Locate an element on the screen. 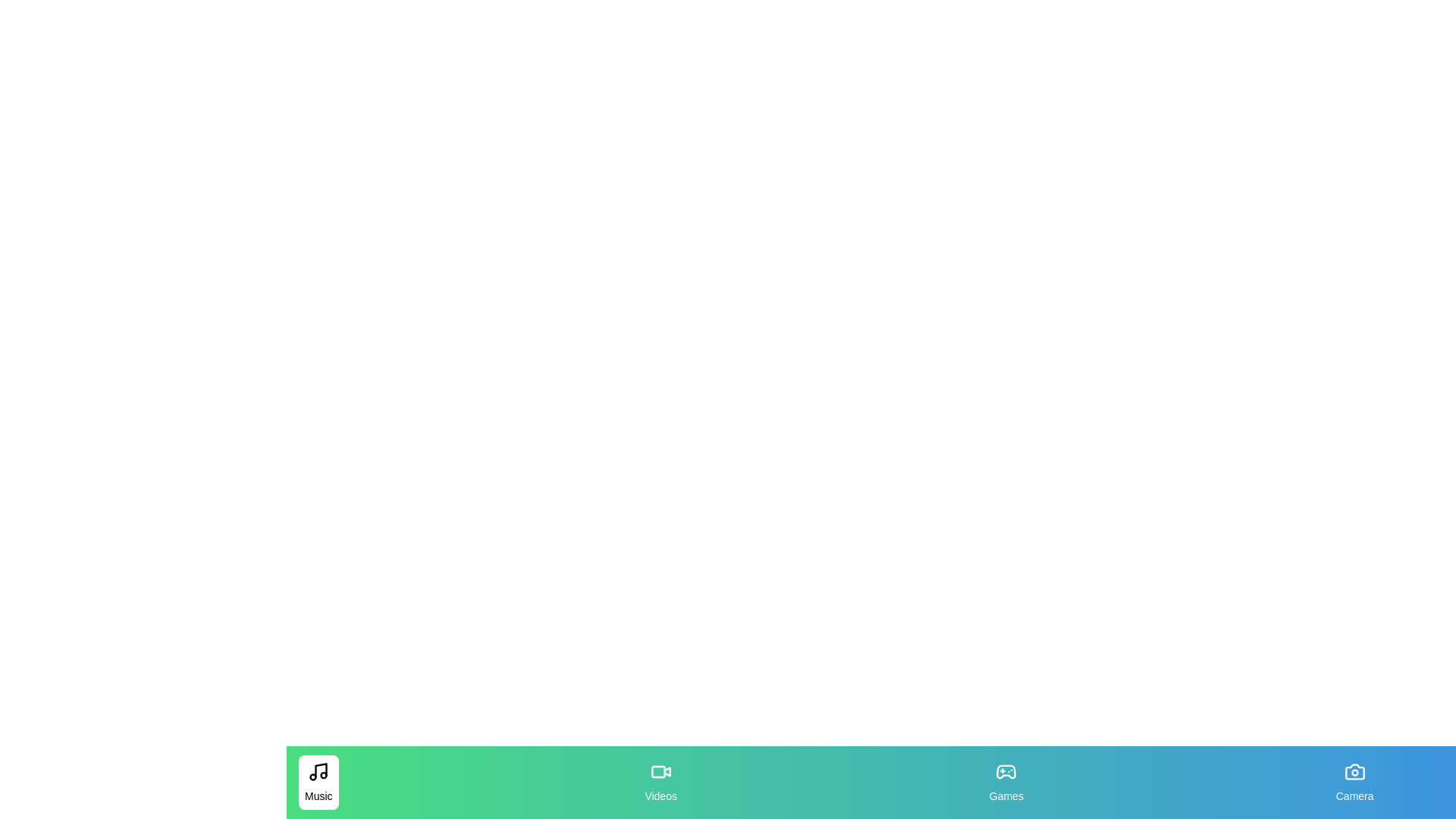  the Games tab to observe its hover effect is located at coordinates (1006, 783).